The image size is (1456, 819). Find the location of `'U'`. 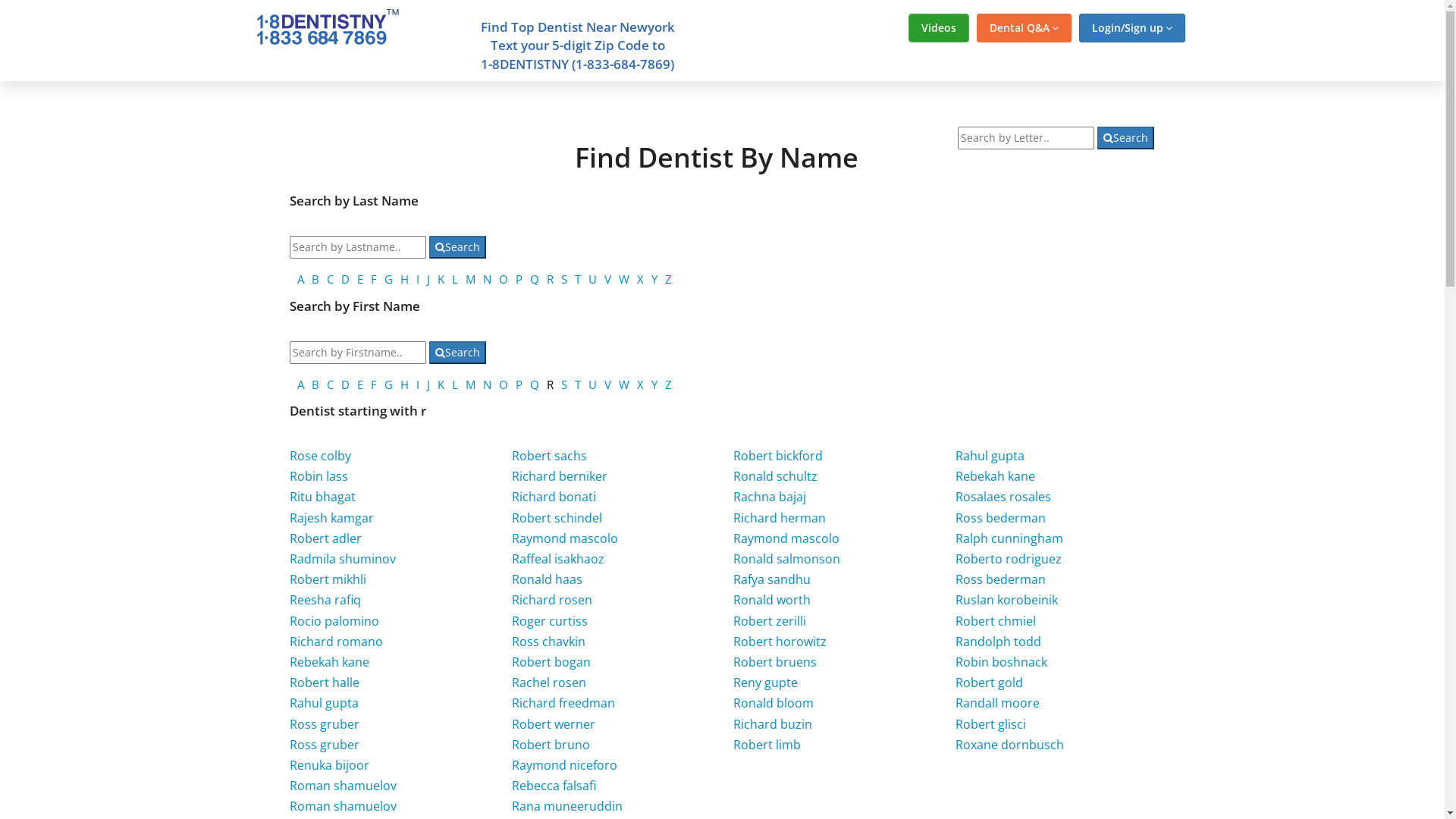

'U' is located at coordinates (591, 383).